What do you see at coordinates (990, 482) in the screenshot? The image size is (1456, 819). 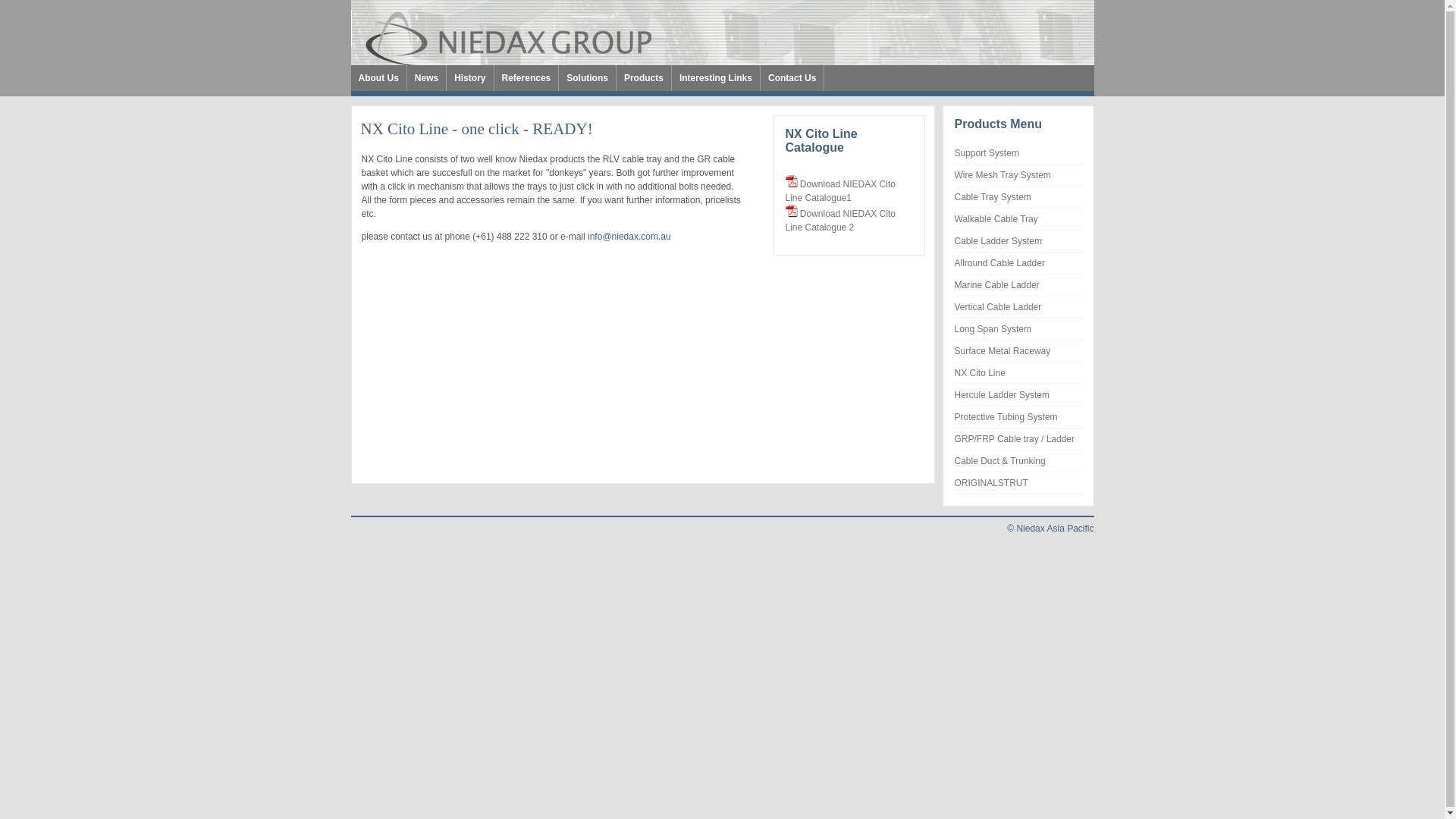 I see `'ORIGINALSTRUT'` at bounding box center [990, 482].